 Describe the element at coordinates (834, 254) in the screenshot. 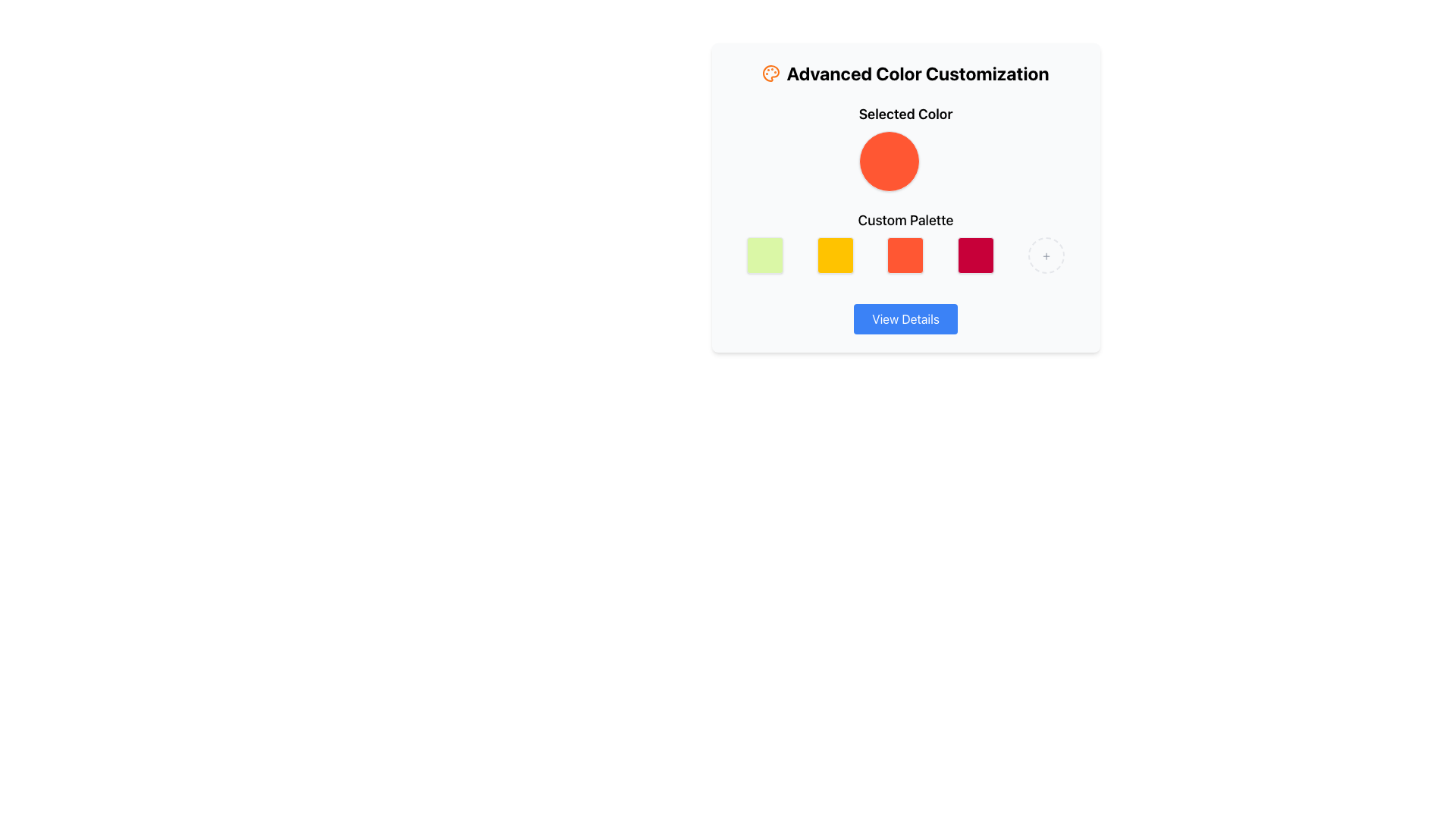

I see `the second color swatch with a yellow fill (RGB 255, 195, 0)` at that location.